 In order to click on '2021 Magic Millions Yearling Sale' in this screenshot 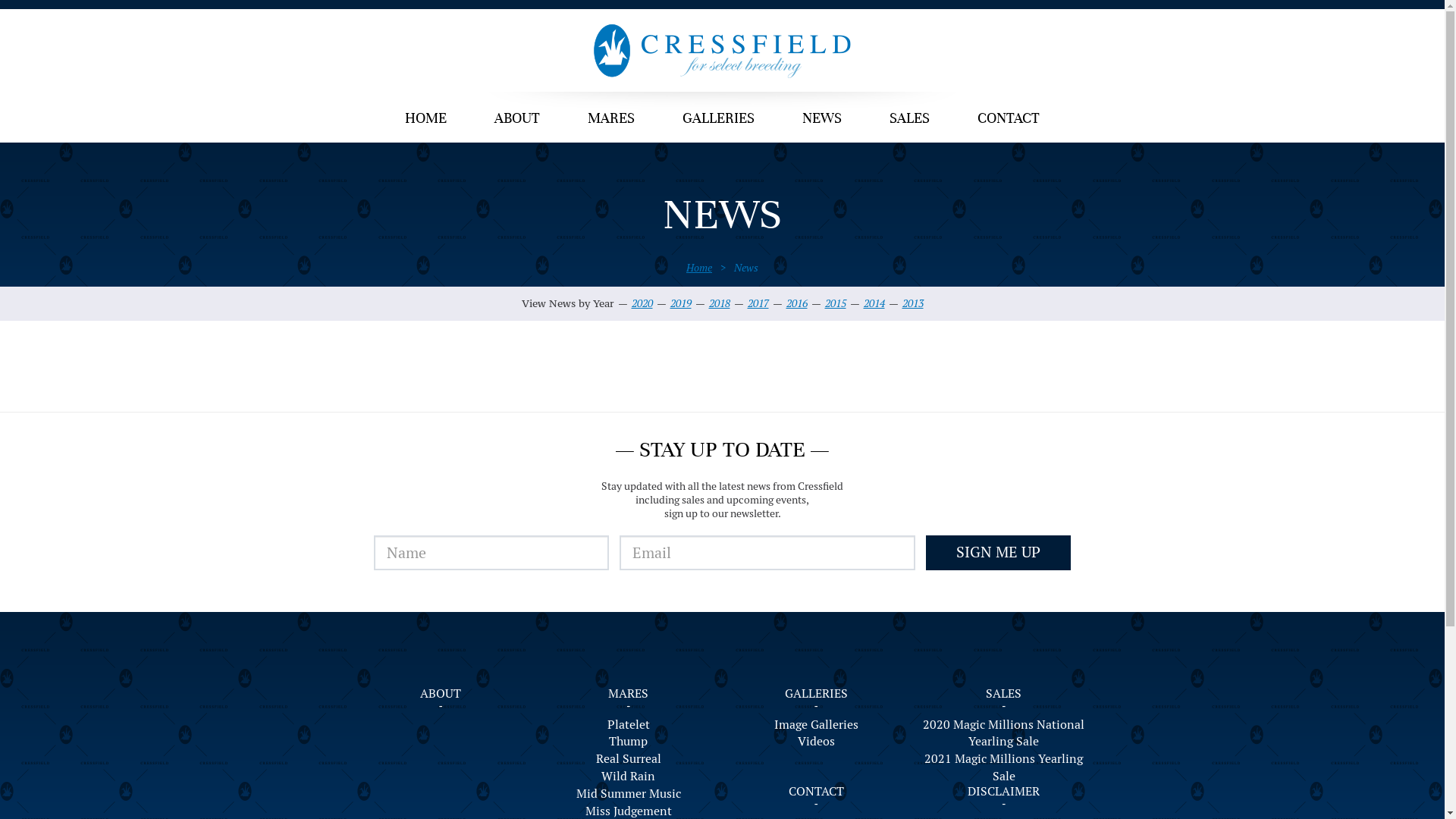, I will do `click(920, 768)`.